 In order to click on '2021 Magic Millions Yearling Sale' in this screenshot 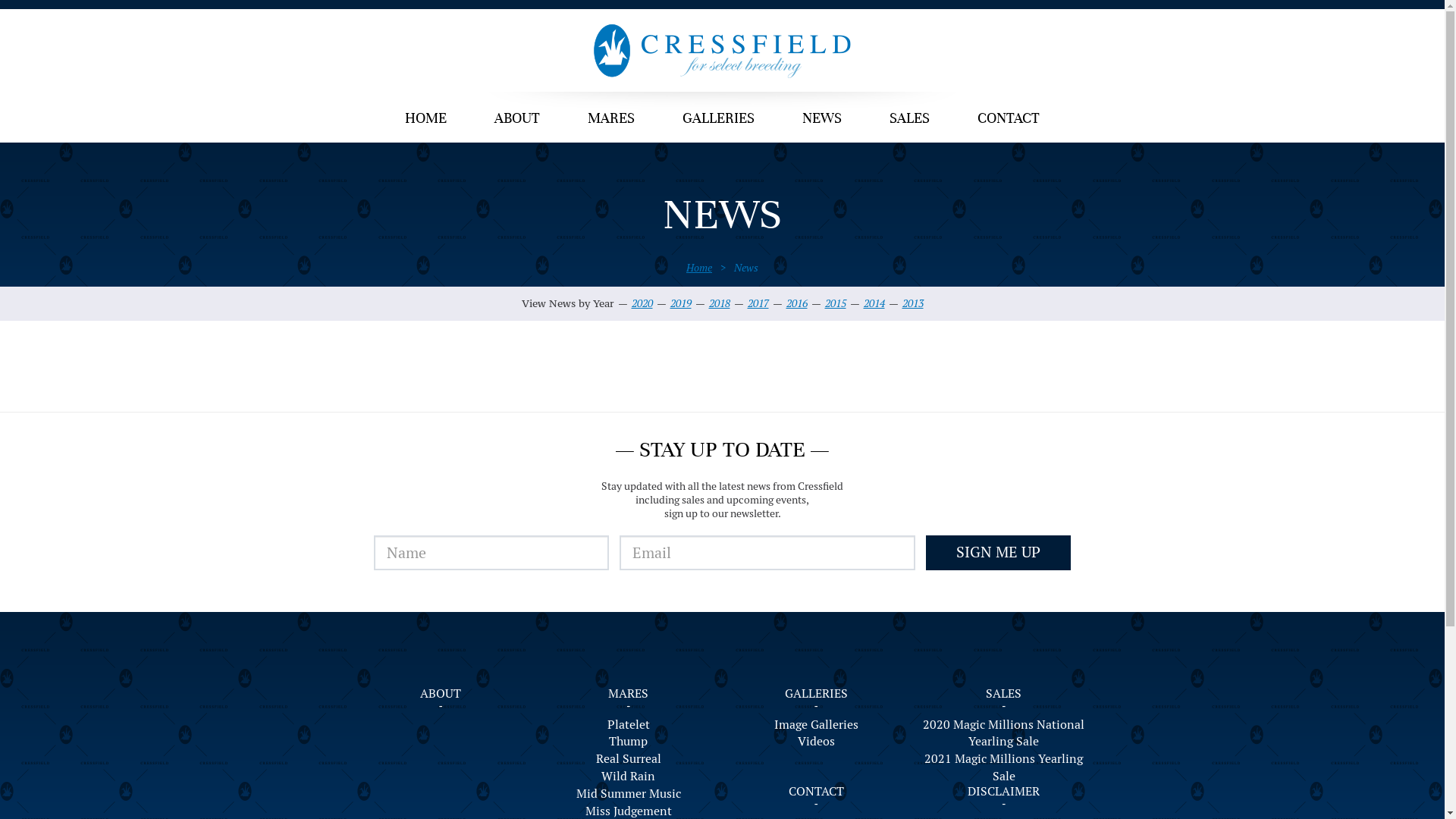, I will do `click(920, 768)`.